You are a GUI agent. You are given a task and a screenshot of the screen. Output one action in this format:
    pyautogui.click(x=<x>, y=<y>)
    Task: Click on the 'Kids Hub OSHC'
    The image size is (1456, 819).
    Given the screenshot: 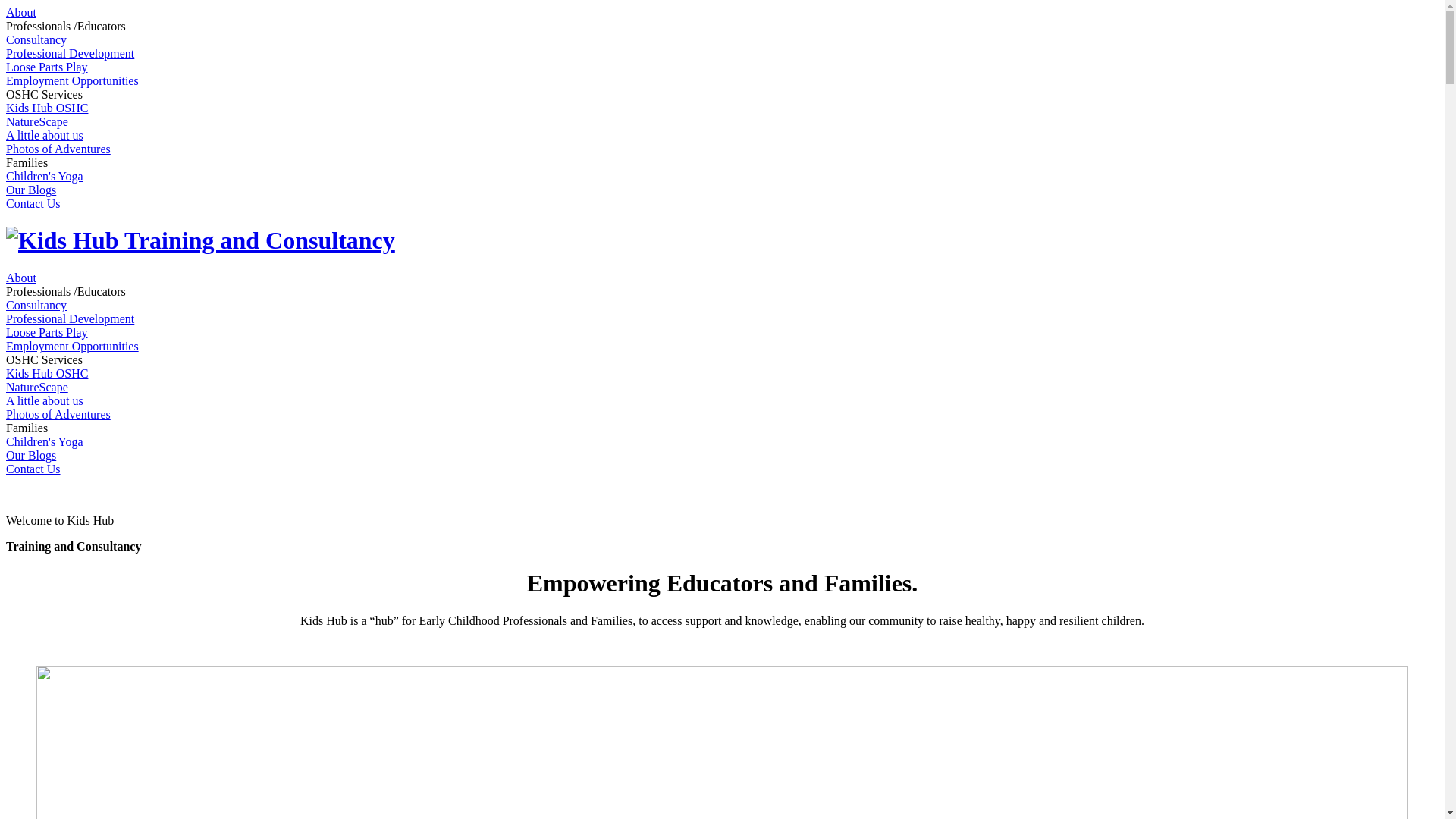 What is the action you would take?
    pyautogui.click(x=47, y=107)
    